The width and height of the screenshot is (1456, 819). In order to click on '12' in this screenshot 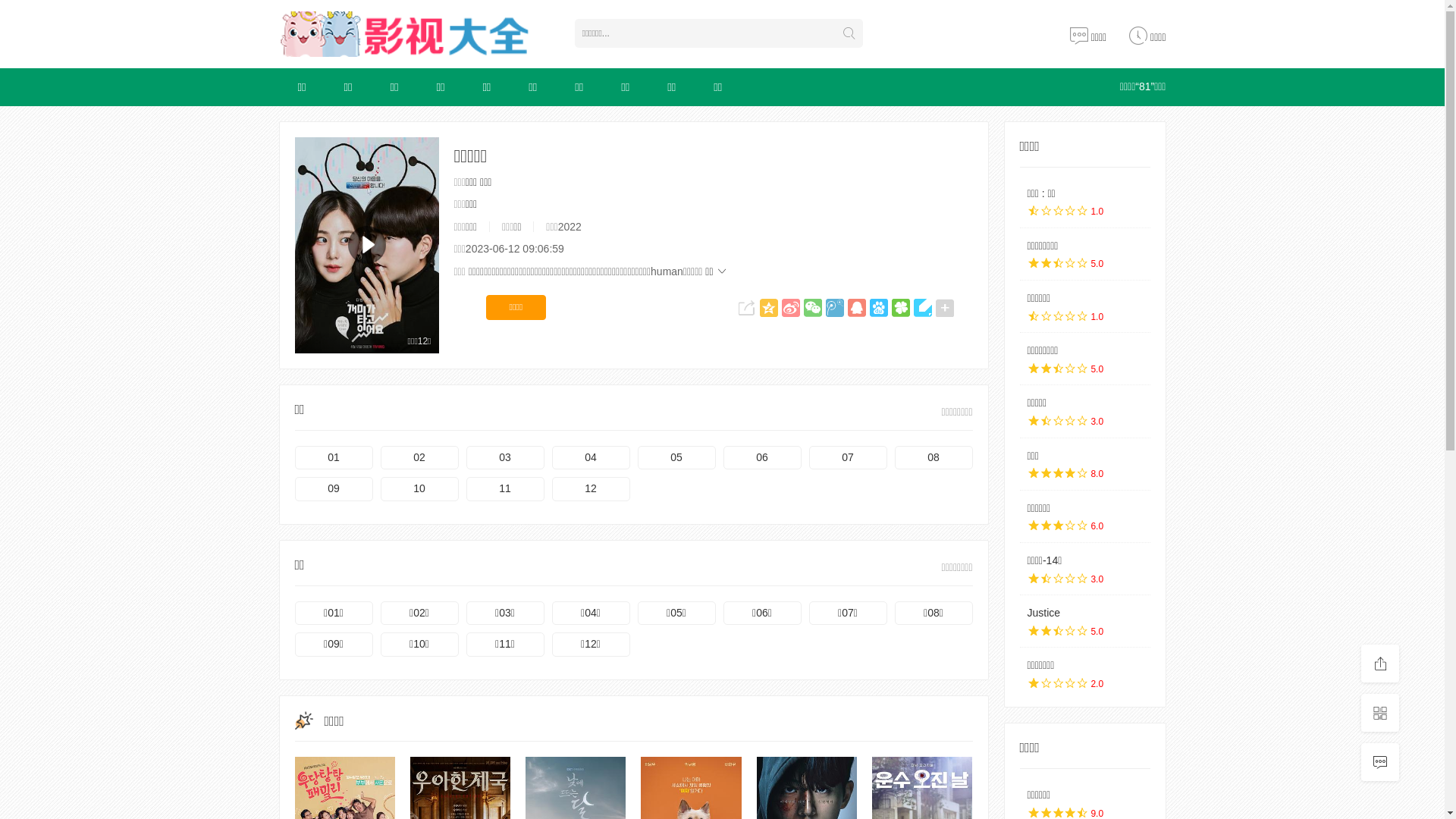, I will do `click(590, 488)`.